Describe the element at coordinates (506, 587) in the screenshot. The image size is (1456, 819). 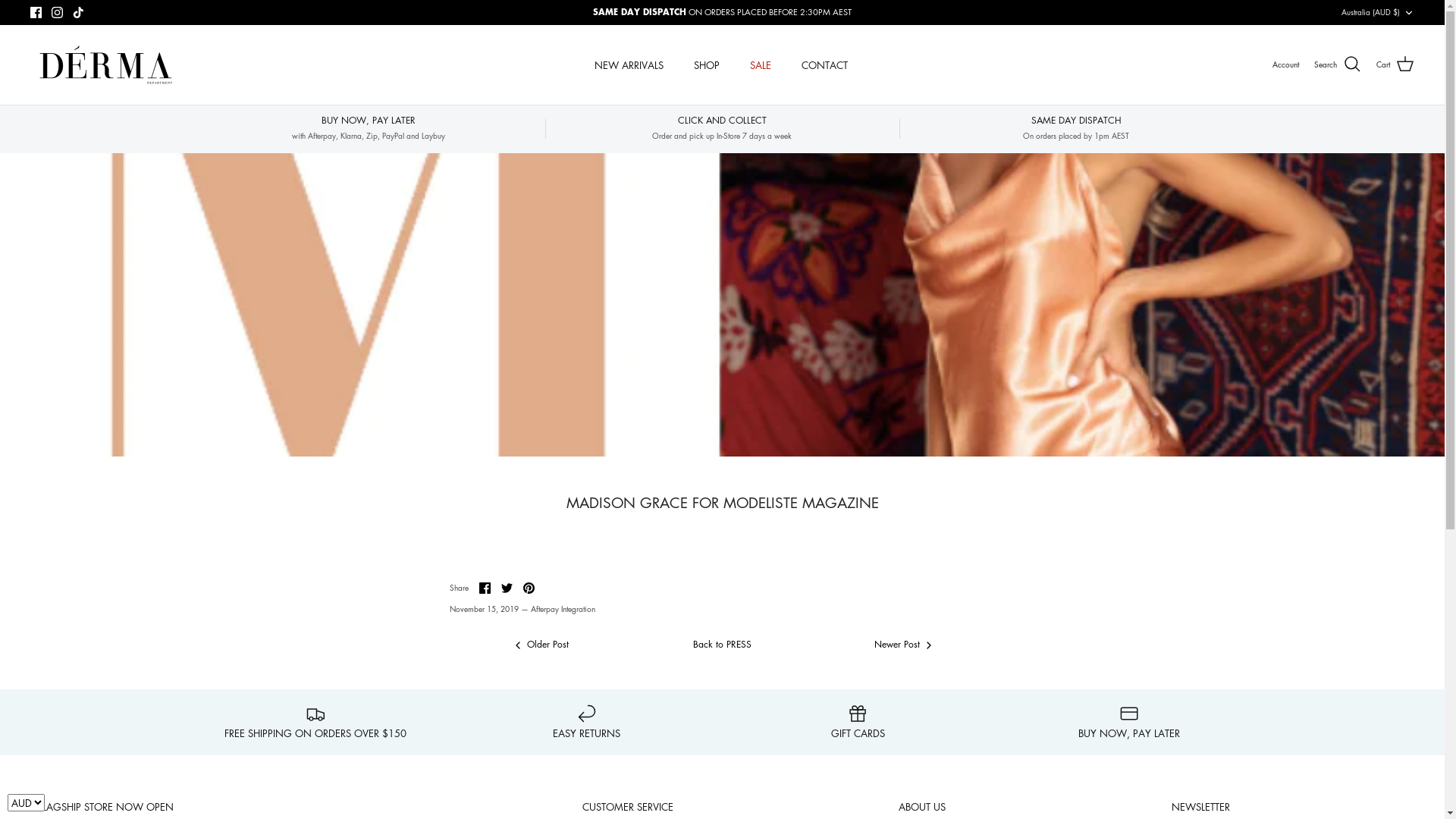
I see `'Twitter` at that location.